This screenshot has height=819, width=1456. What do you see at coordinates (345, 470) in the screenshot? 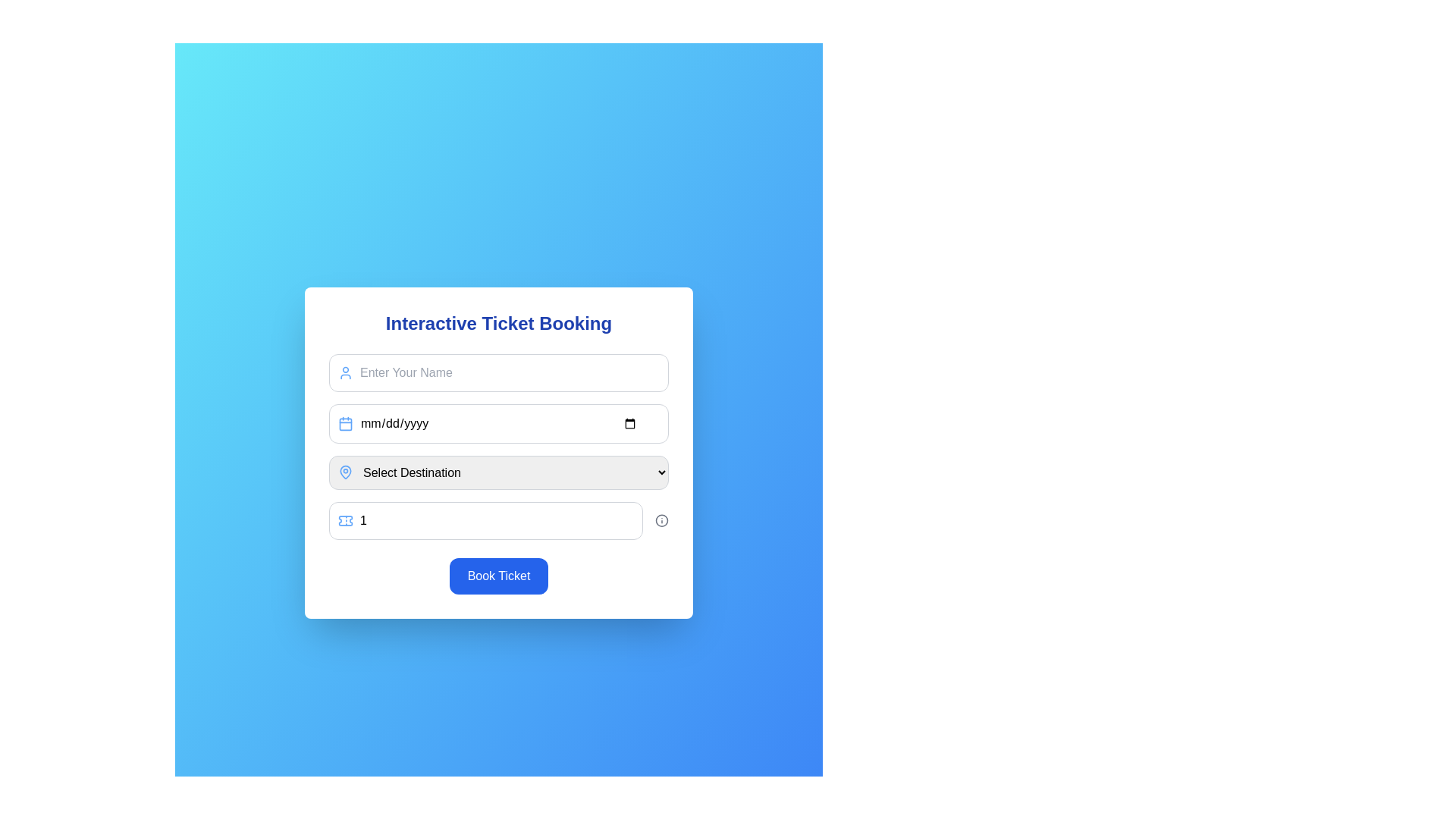
I see `the map pin icon with a blue outer layer located inside the dropdown field for selecting a destination, positioned immediately to the left of the text content` at bounding box center [345, 470].